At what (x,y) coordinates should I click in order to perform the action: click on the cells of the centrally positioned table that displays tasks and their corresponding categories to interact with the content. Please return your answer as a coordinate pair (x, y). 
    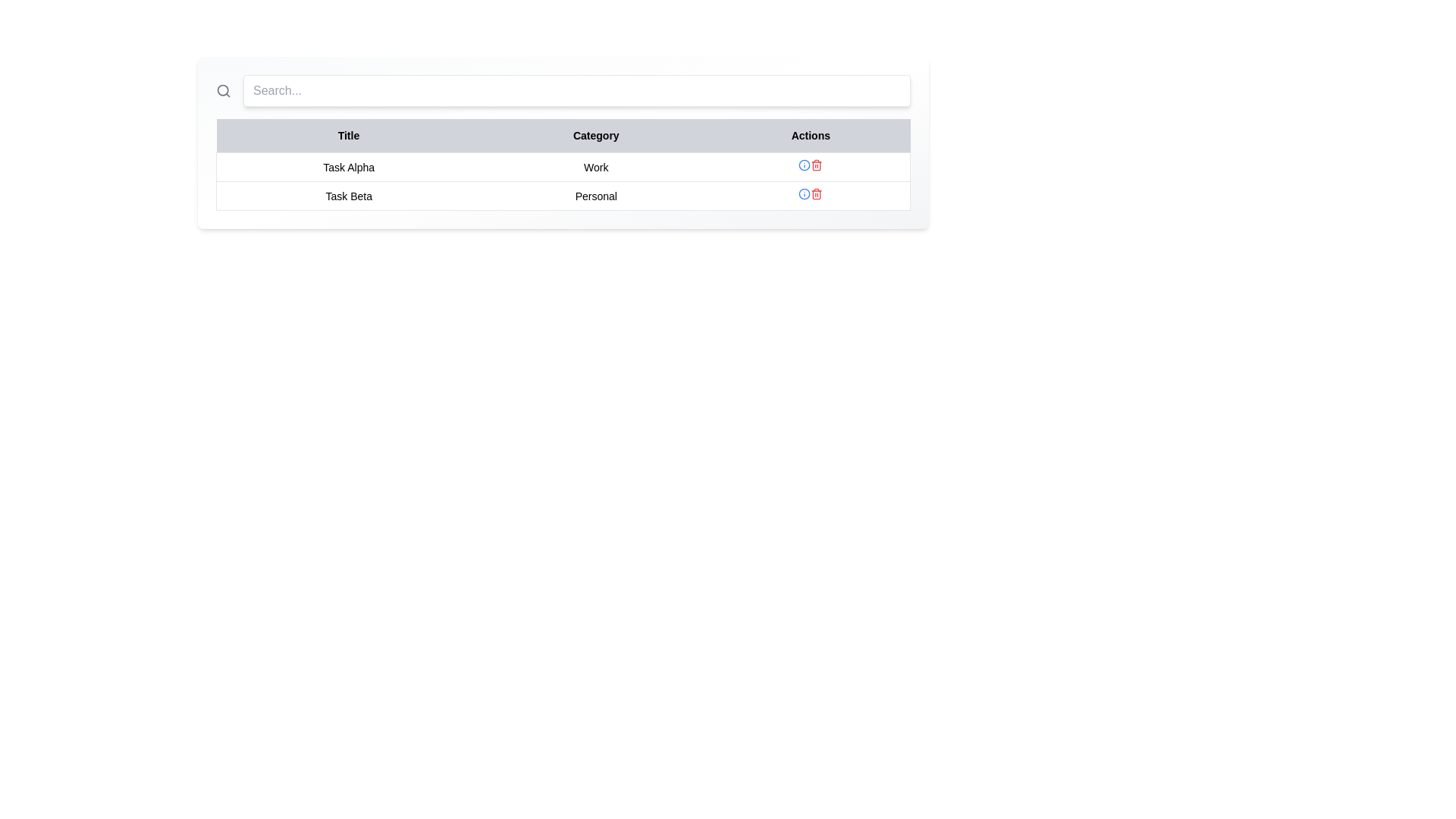
    Looking at the image, I should click on (563, 165).